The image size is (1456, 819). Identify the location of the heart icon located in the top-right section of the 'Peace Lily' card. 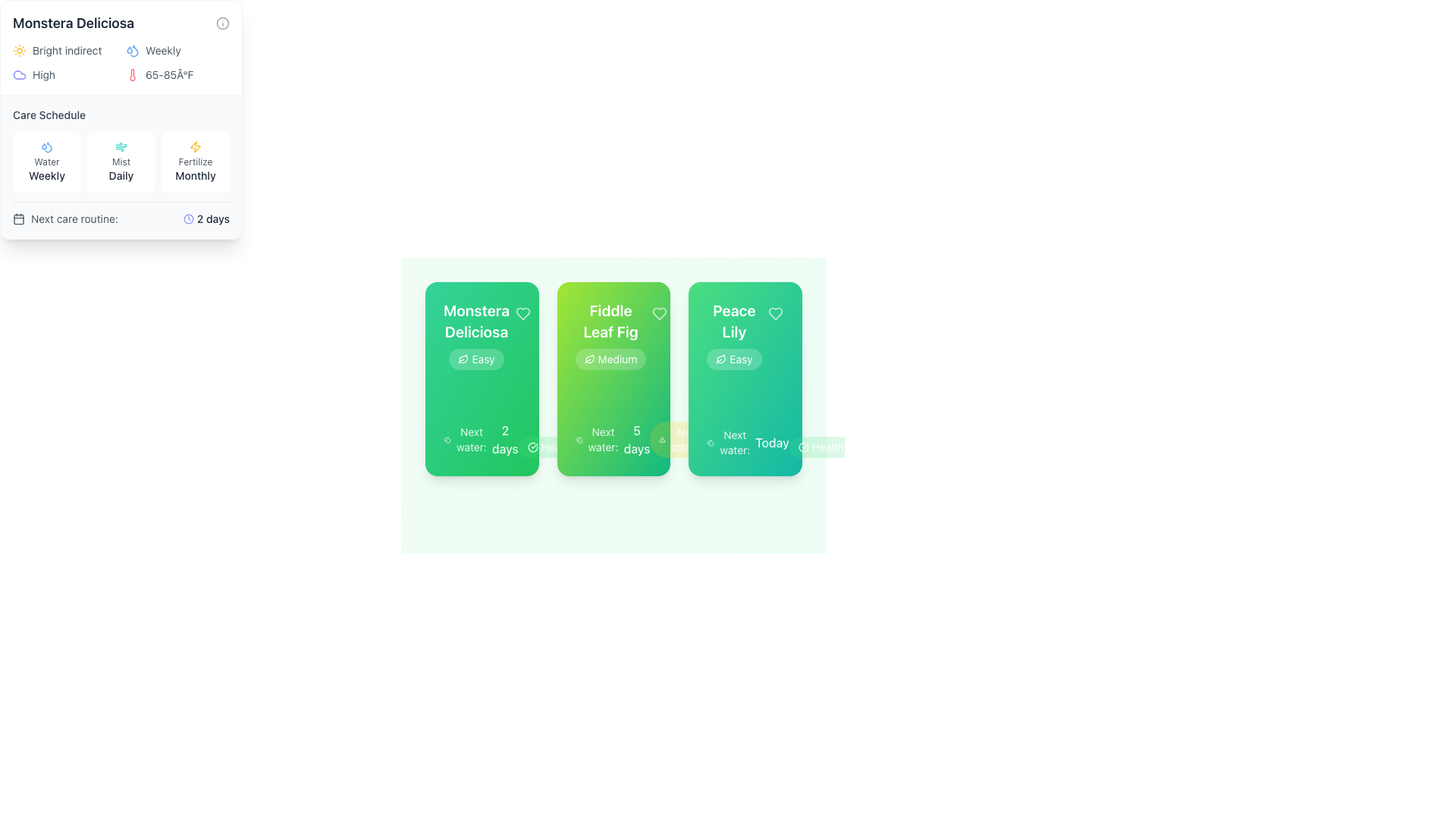
(775, 312).